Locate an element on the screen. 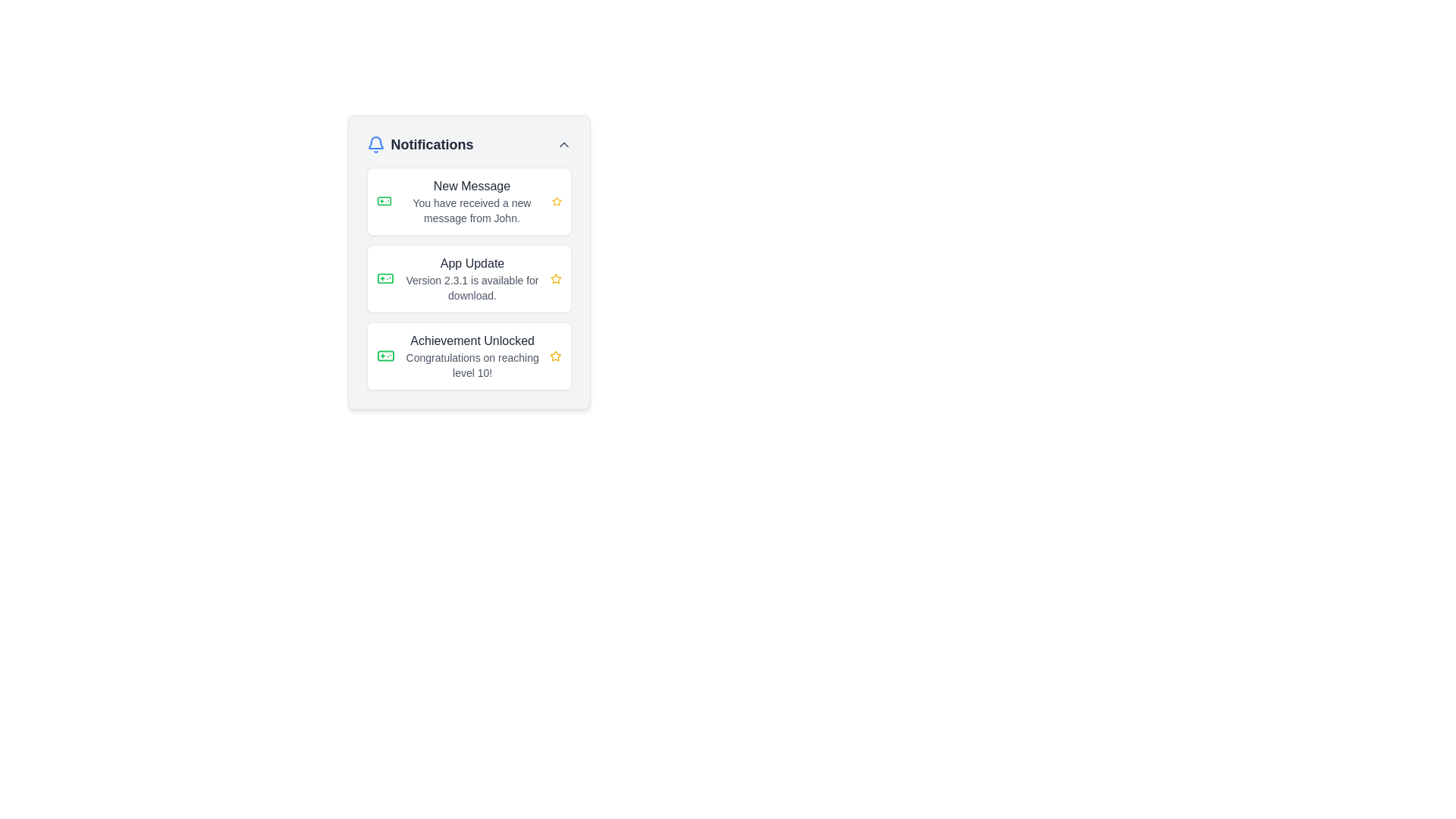  the text label that serves as the title for the third notification entry, located above the text 'Congratulations on reaching level 10!' is located at coordinates (472, 341).